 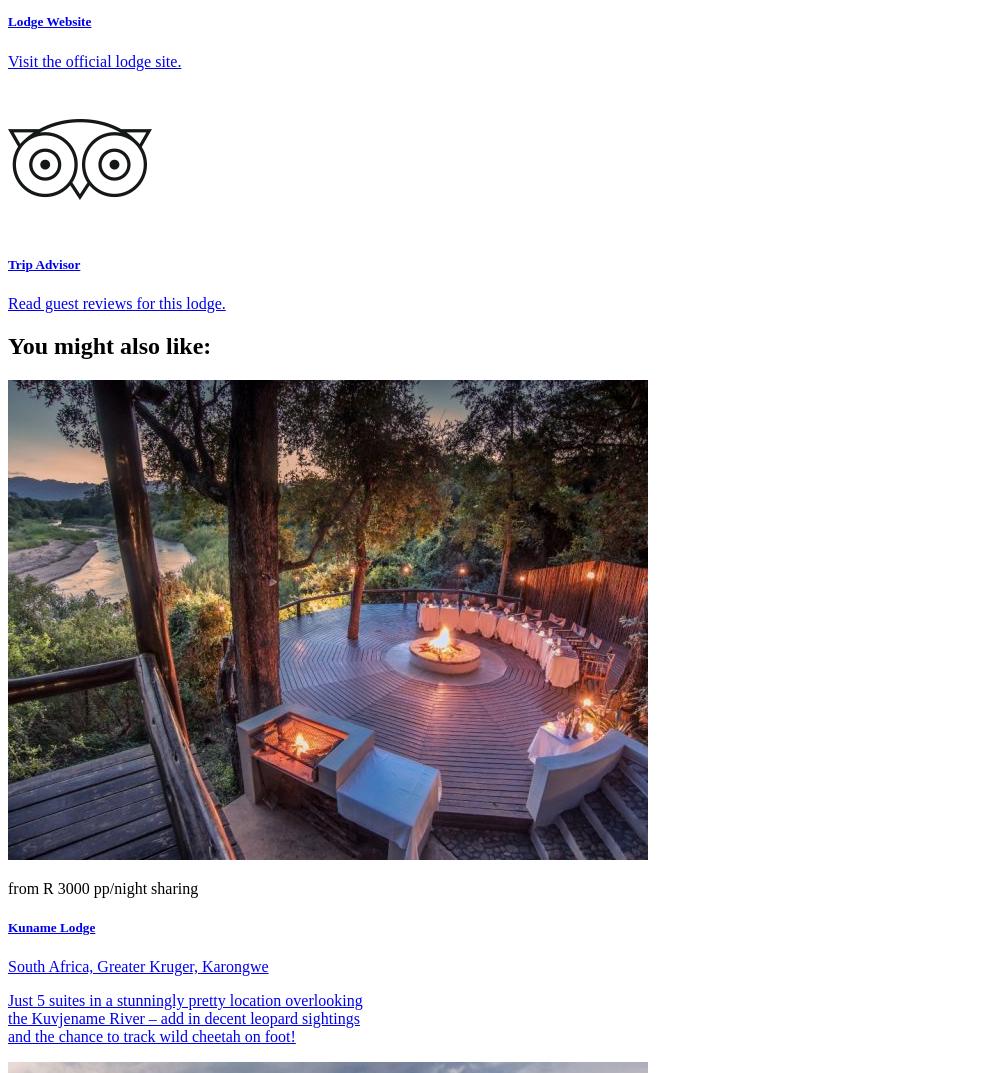 I want to click on 'South Africa, Greater Kruger, Karongwe', so click(x=138, y=965).